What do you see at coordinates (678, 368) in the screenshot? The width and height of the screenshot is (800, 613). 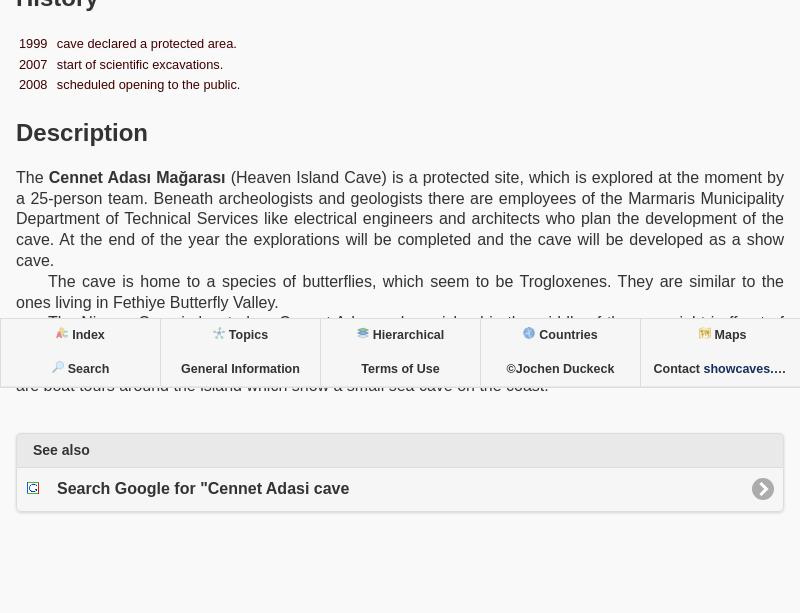 I see `'Contact'` at bounding box center [678, 368].